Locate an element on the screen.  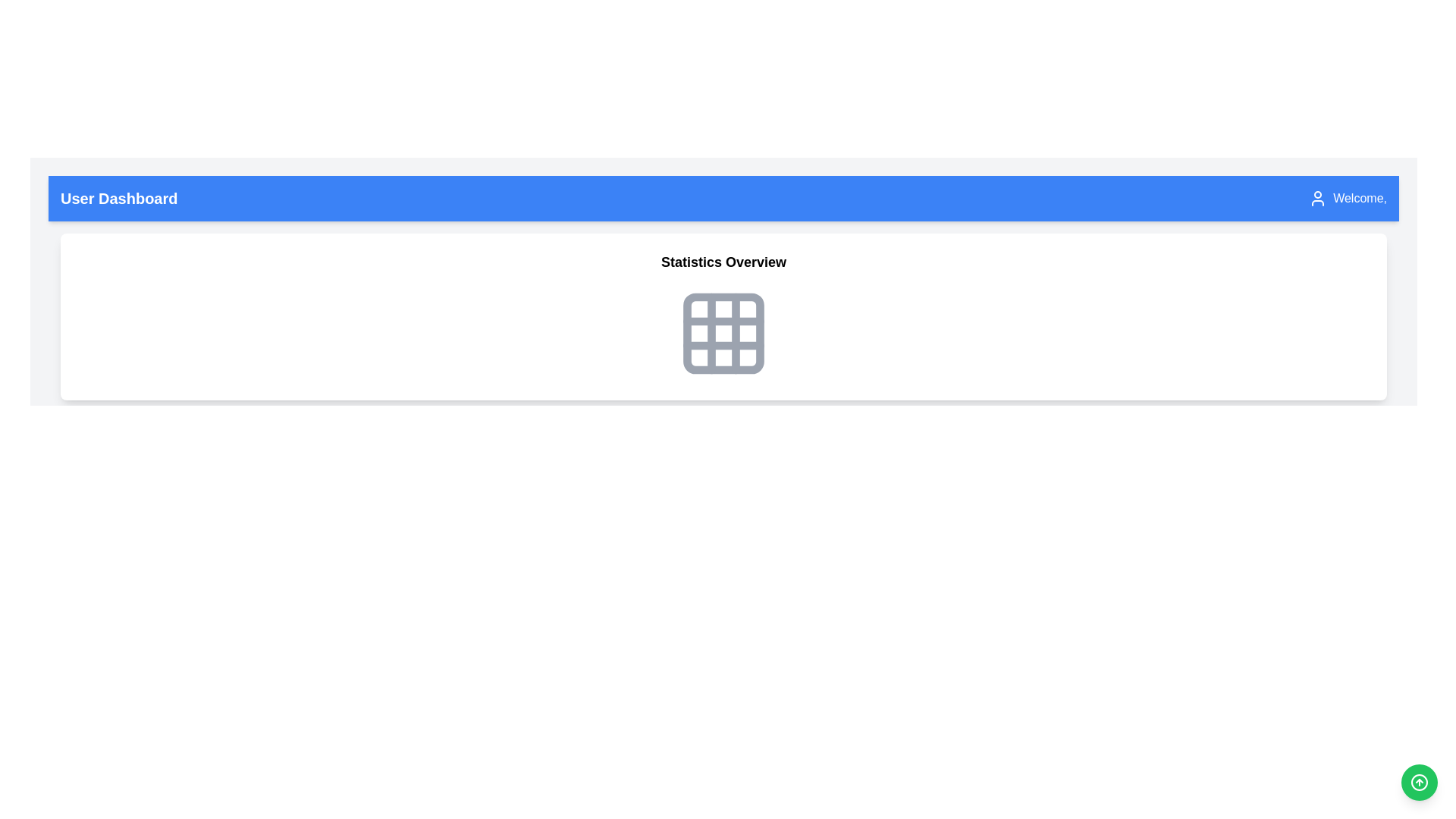
the distinct scroll-to-top button located at the bottom-right corner of the interface to quickly scroll back to the top of the page is located at coordinates (1419, 783).